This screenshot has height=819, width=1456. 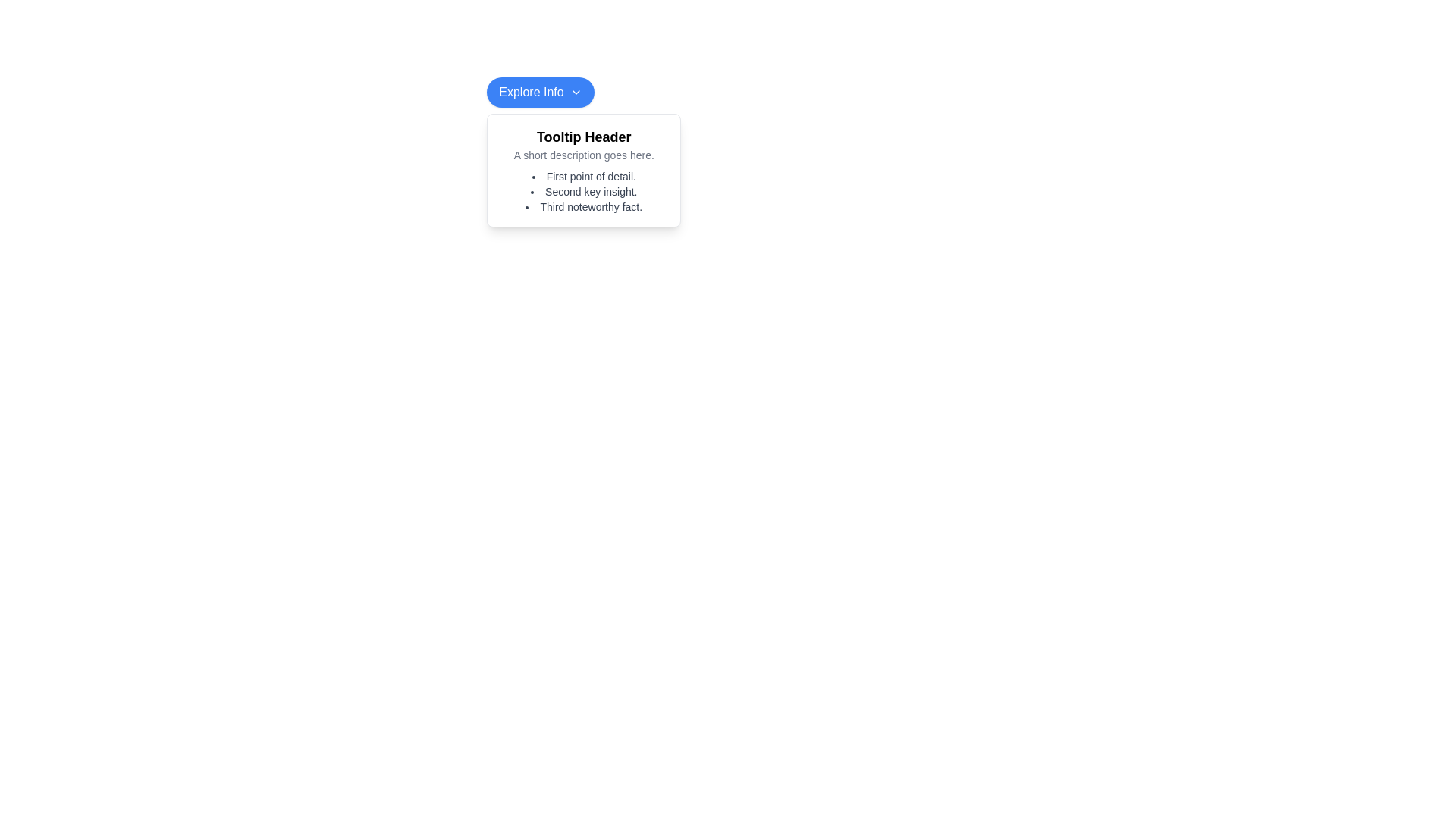 What do you see at coordinates (583, 191) in the screenshot?
I see `text from the bulleted list located in the lower part of the tooltip component, which is positioned below the 'Explore Info' button` at bounding box center [583, 191].